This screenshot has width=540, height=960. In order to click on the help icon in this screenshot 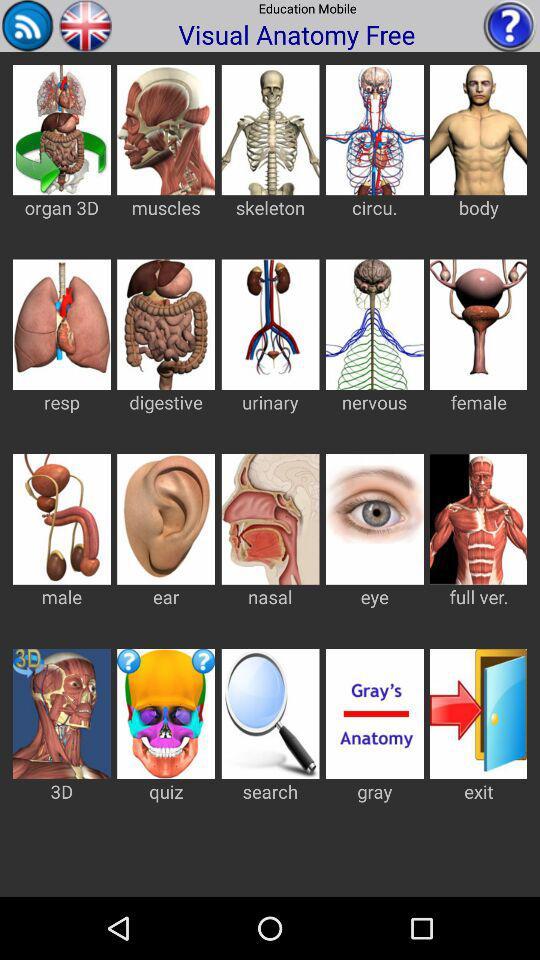, I will do `click(509, 26)`.